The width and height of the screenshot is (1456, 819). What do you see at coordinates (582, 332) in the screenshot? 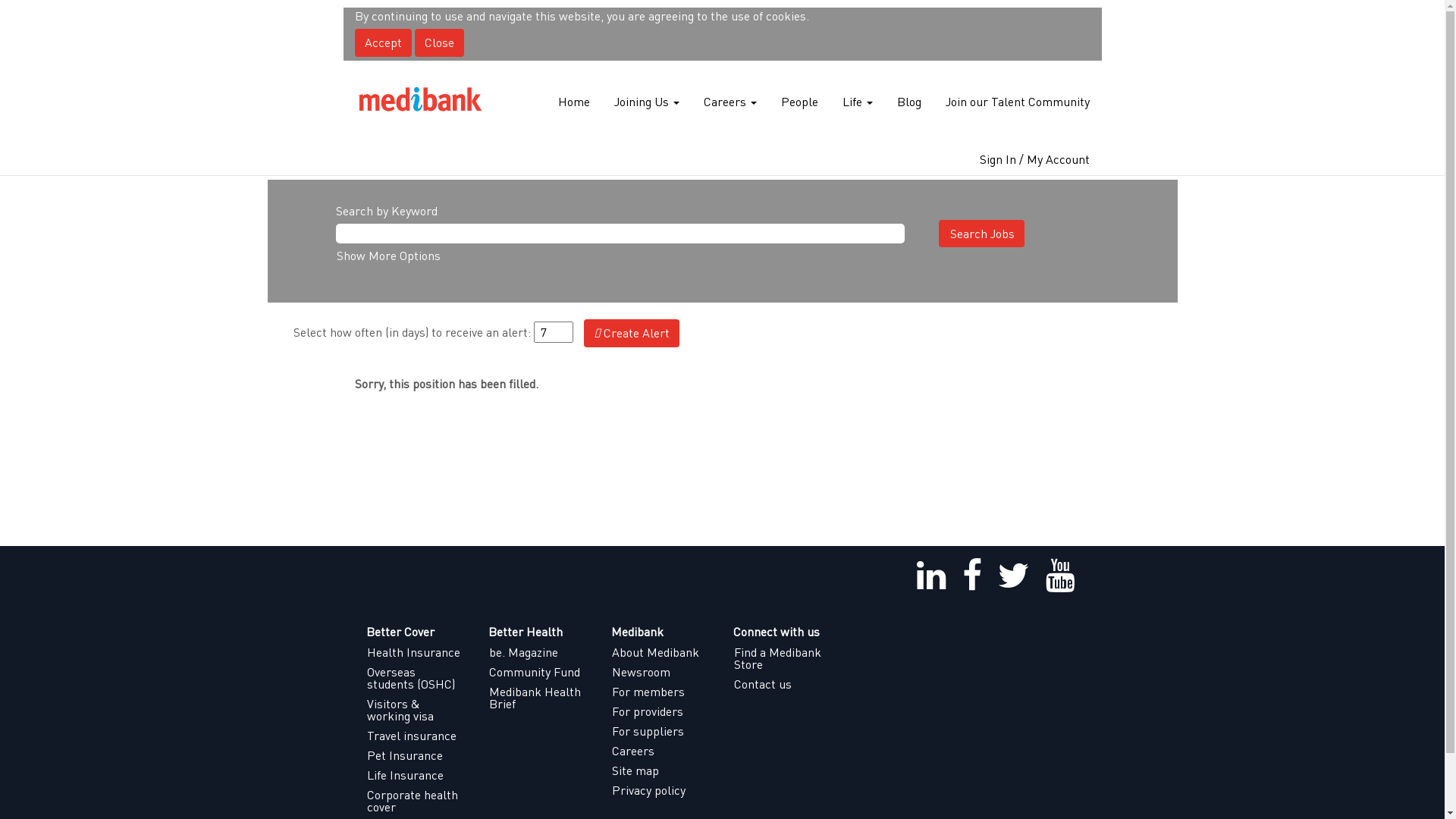
I see `'Create Alert'` at bounding box center [582, 332].